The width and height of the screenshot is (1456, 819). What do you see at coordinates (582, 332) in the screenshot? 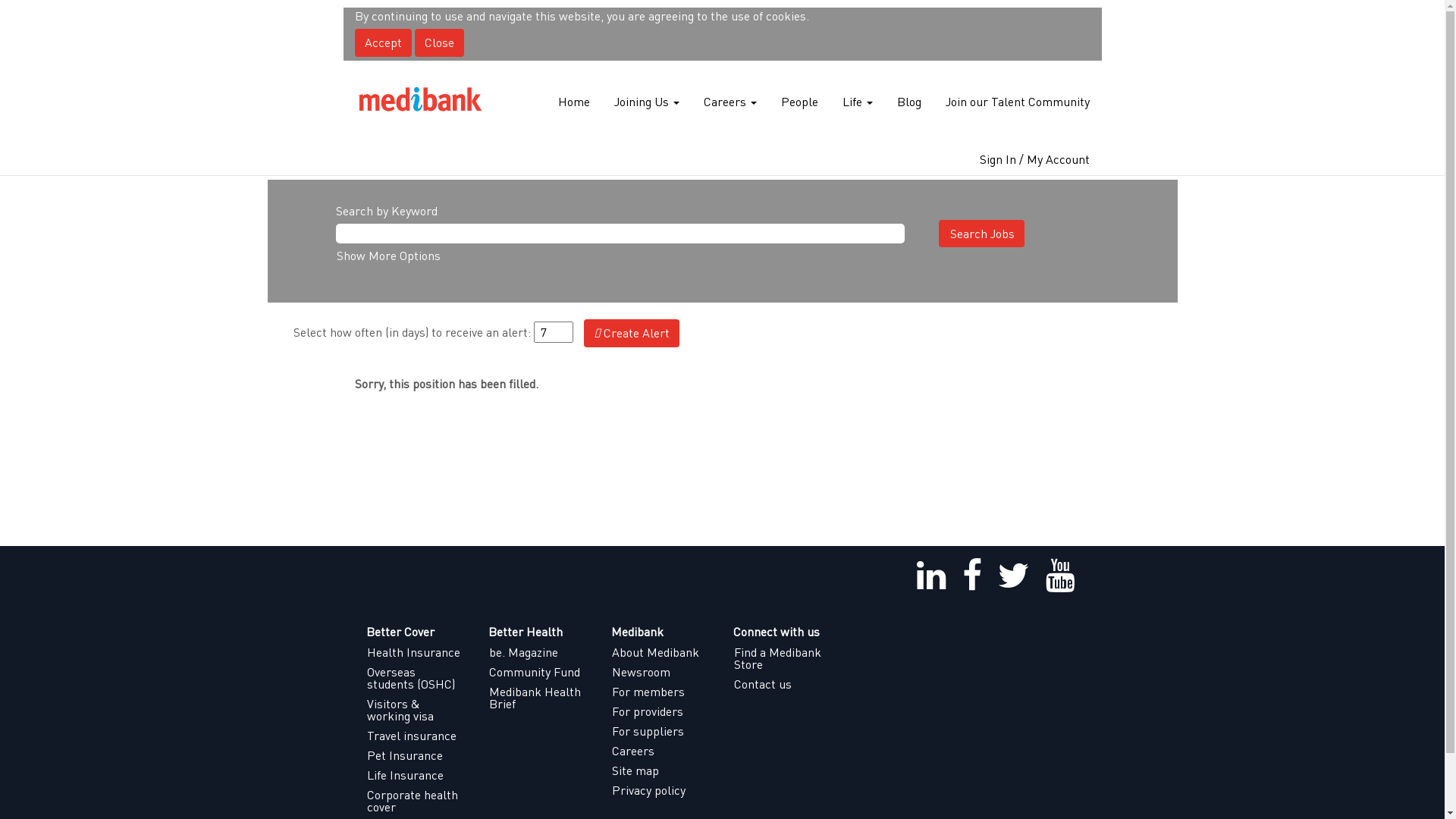
I see `'Create Alert'` at bounding box center [582, 332].